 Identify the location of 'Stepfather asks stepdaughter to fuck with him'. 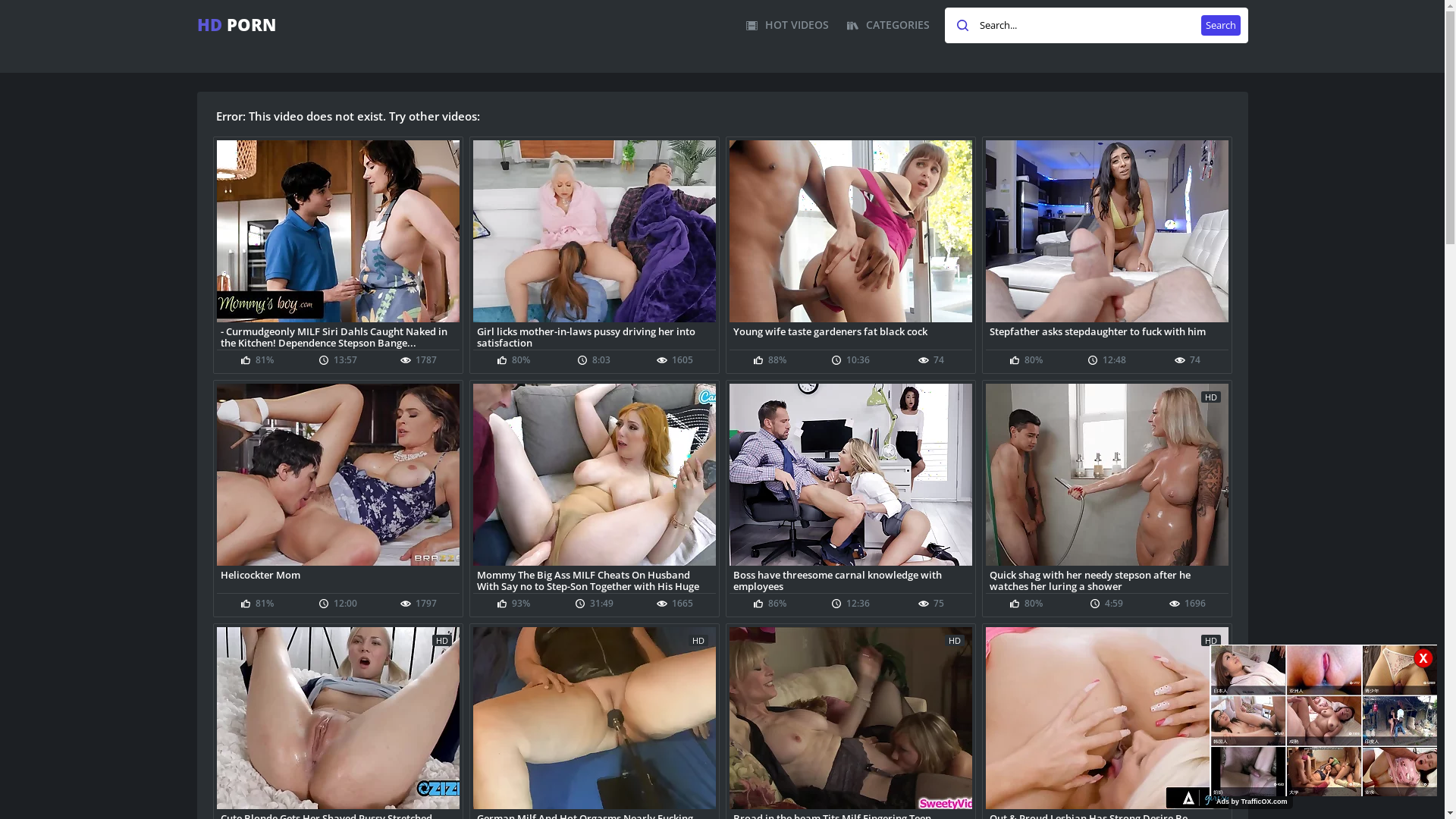
(1106, 335).